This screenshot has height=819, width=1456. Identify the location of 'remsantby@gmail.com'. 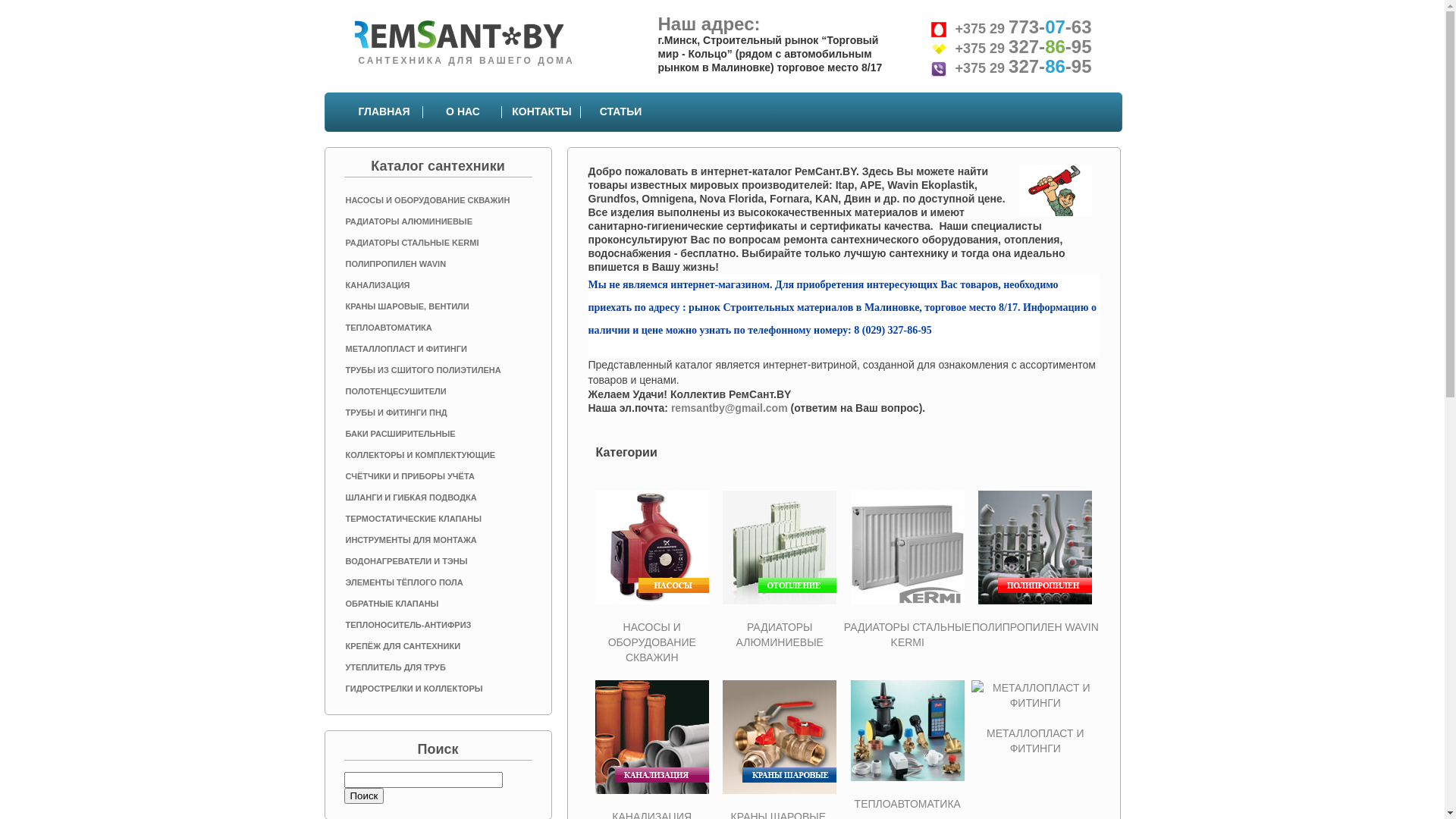
(729, 406).